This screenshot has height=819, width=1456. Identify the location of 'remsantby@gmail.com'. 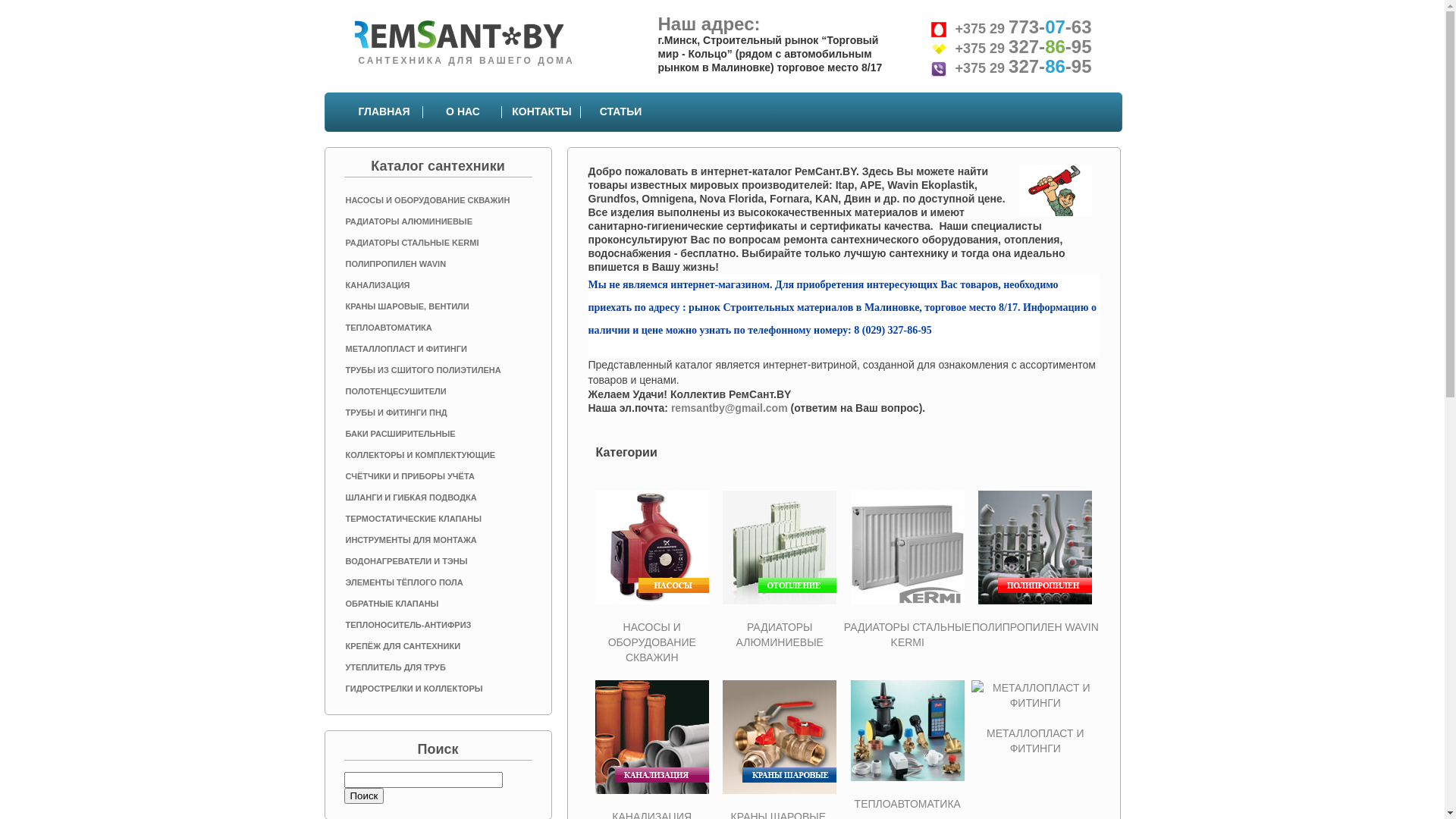
(729, 406).